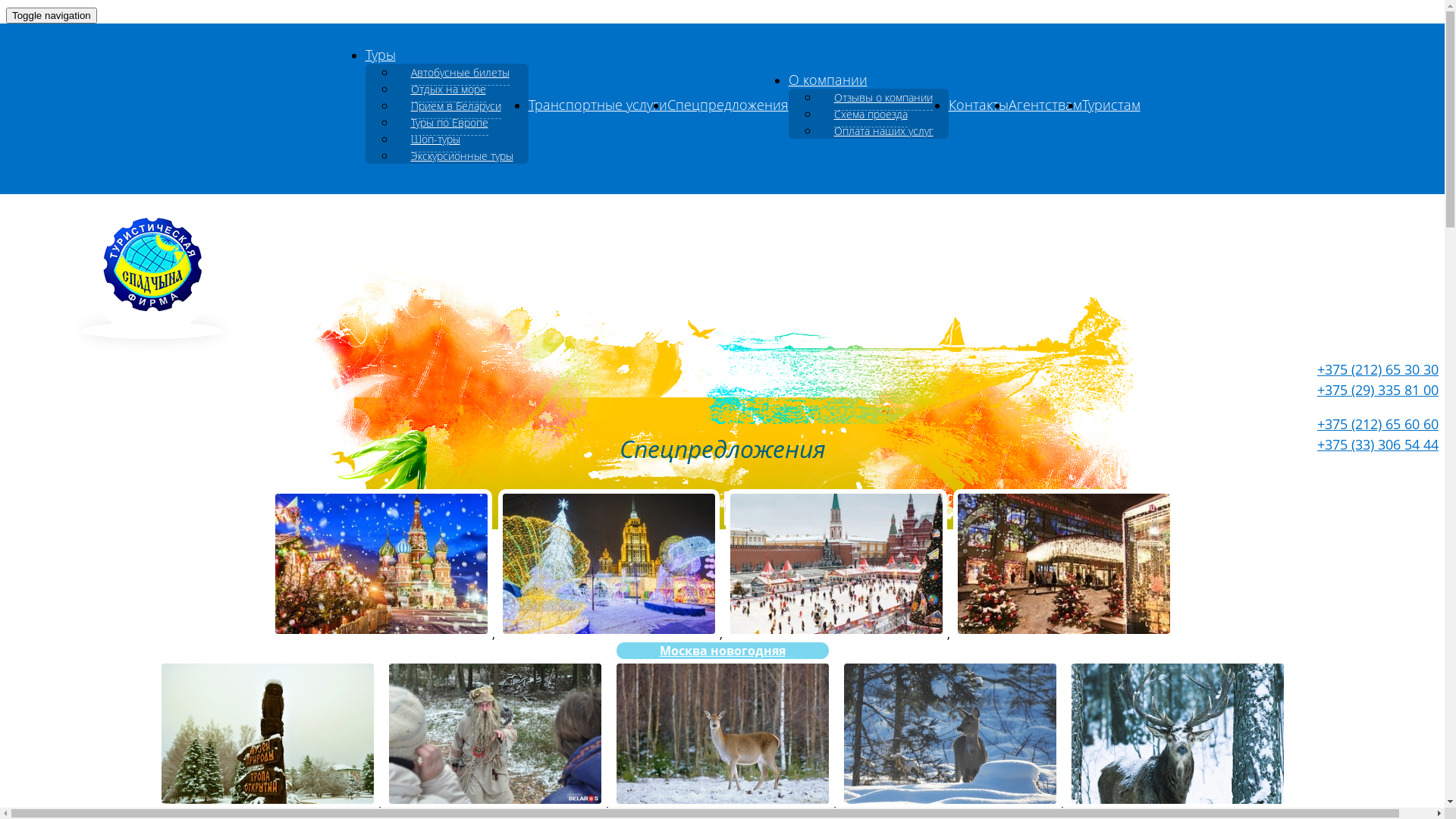 The image size is (1456, 819). What do you see at coordinates (1316, 388) in the screenshot?
I see `'+375 (29) 335 81 00'` at bounding box center [1316, 388].